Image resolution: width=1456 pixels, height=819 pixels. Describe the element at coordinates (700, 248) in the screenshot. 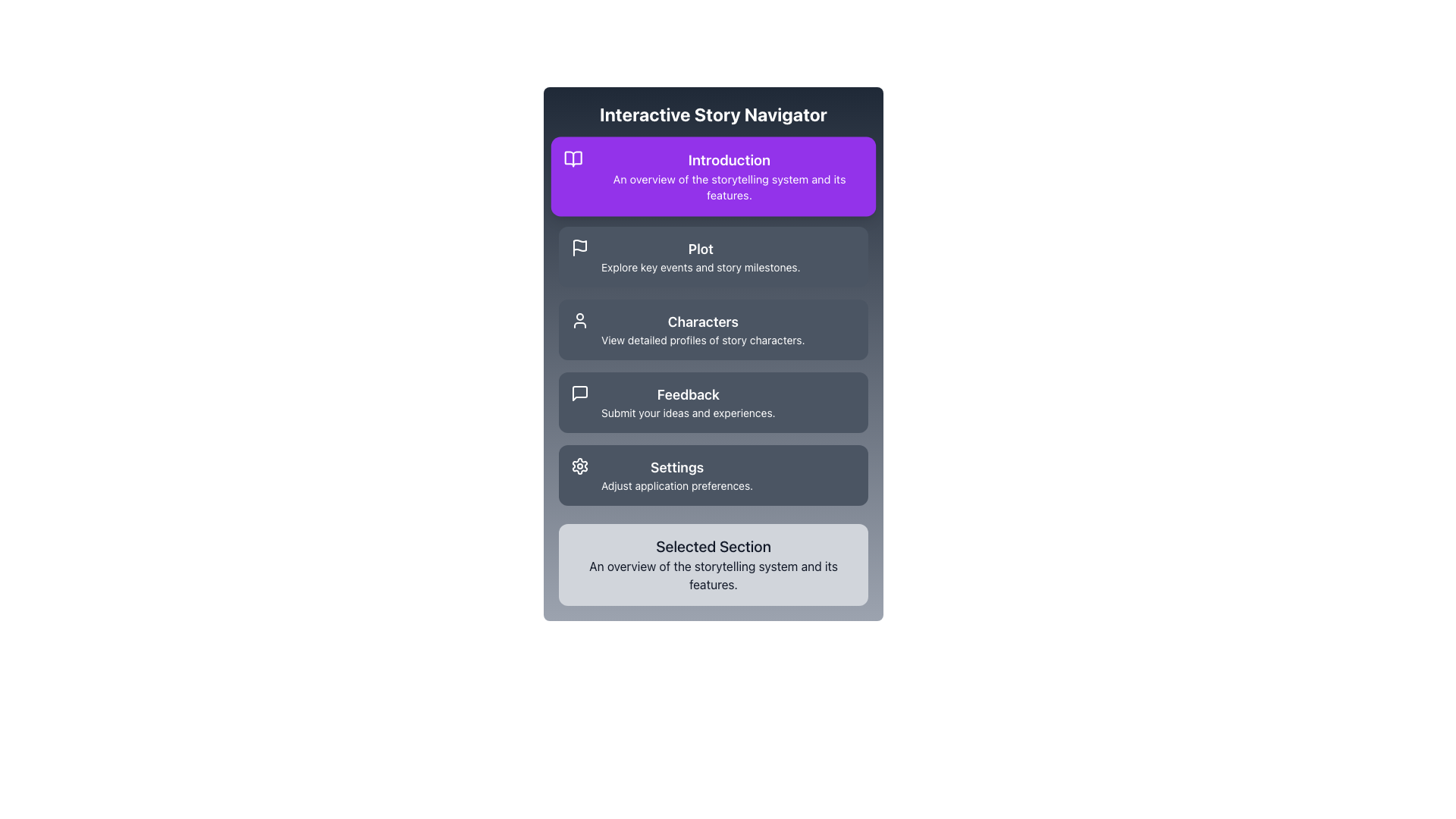

I see `the Text label that serves as the title for the 'Plot' section, indicating the primary subject or feature of this segment` at that location.